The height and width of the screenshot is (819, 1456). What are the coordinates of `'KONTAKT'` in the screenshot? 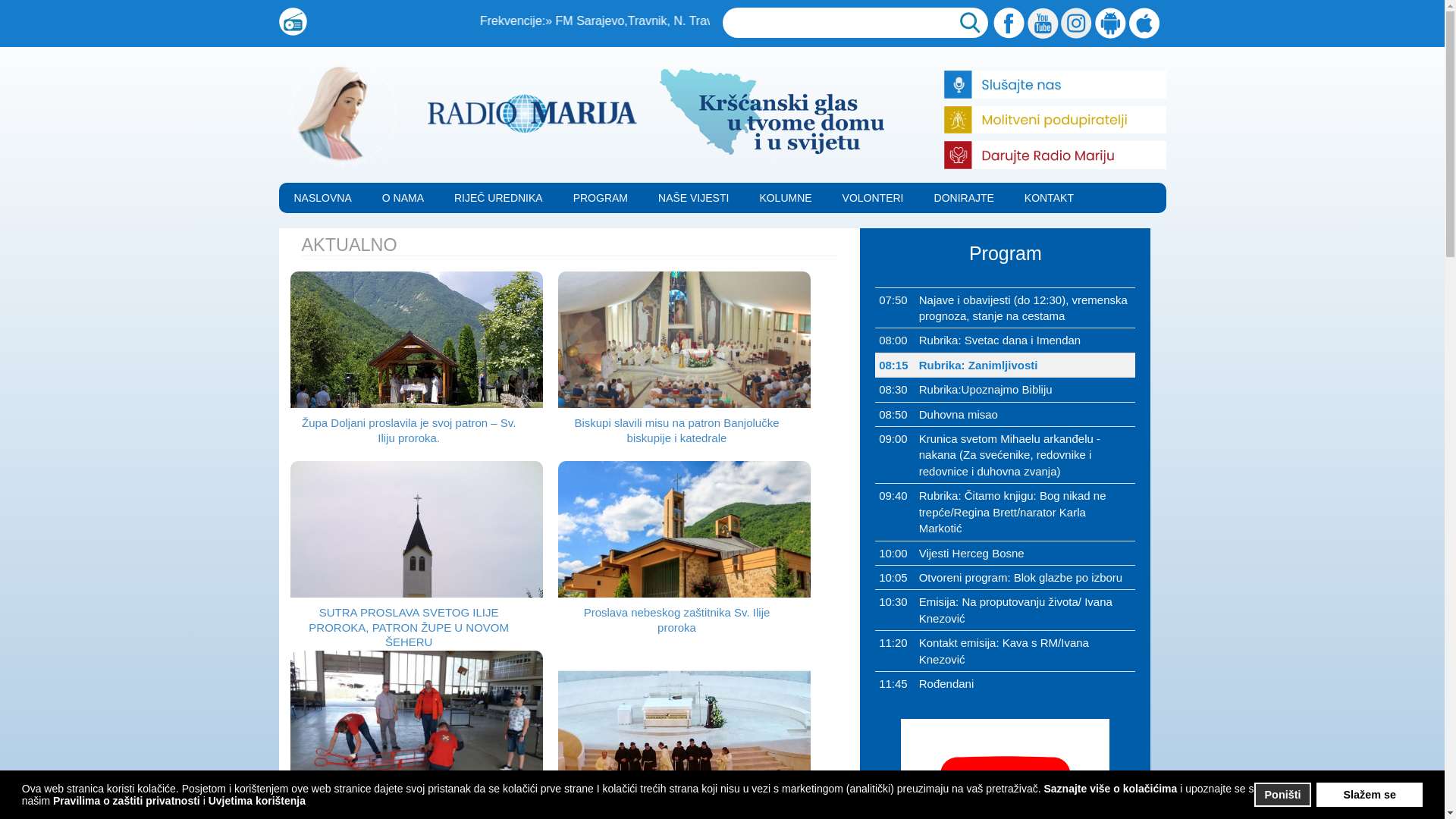 It's located at (1048, 197).